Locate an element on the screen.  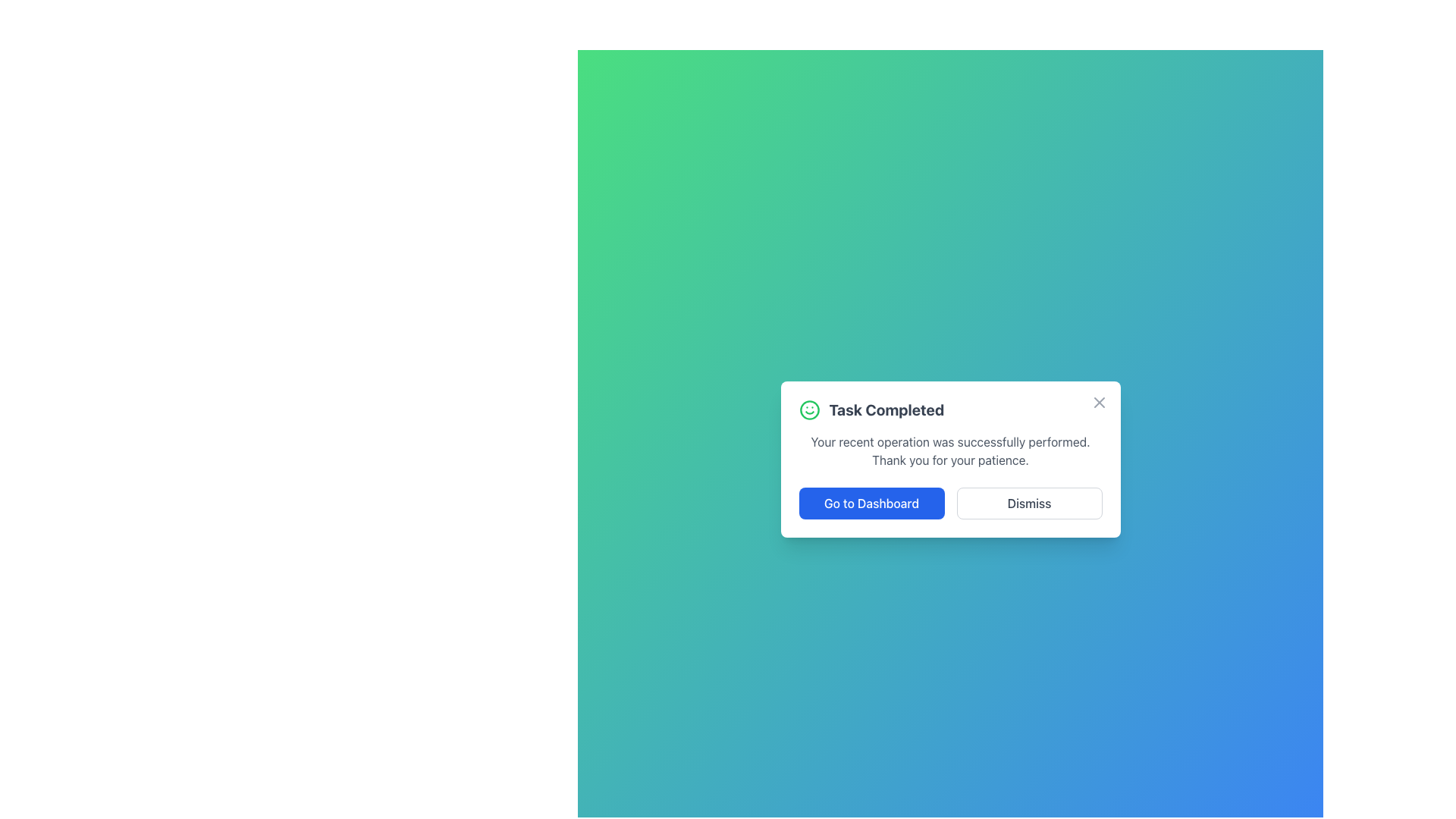
the Close Icon located in the top-right corner of the notification popup is located at coordinates (1099, 402).